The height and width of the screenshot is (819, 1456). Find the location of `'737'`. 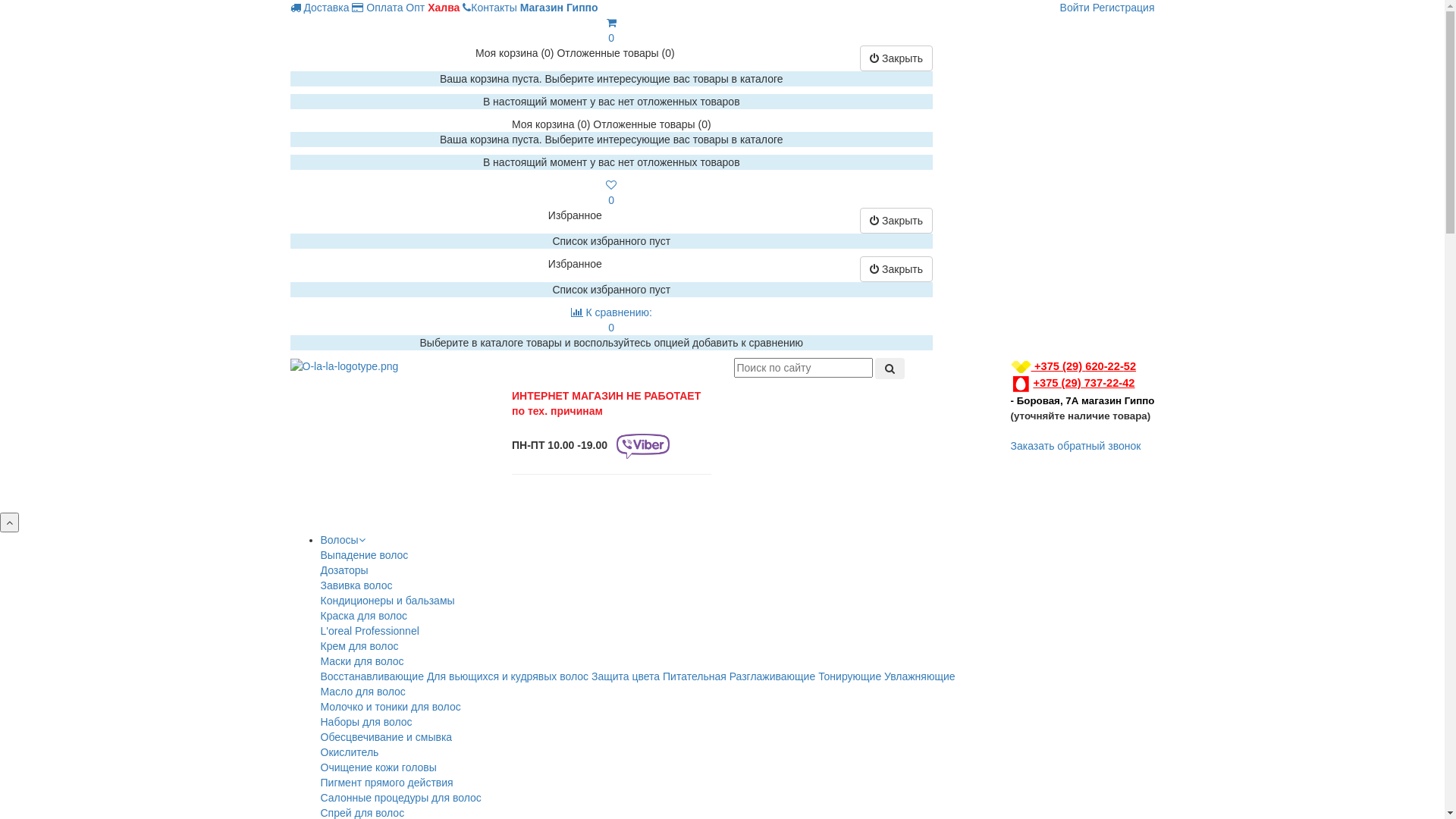

'737' is located at coordinates (1092, 382).